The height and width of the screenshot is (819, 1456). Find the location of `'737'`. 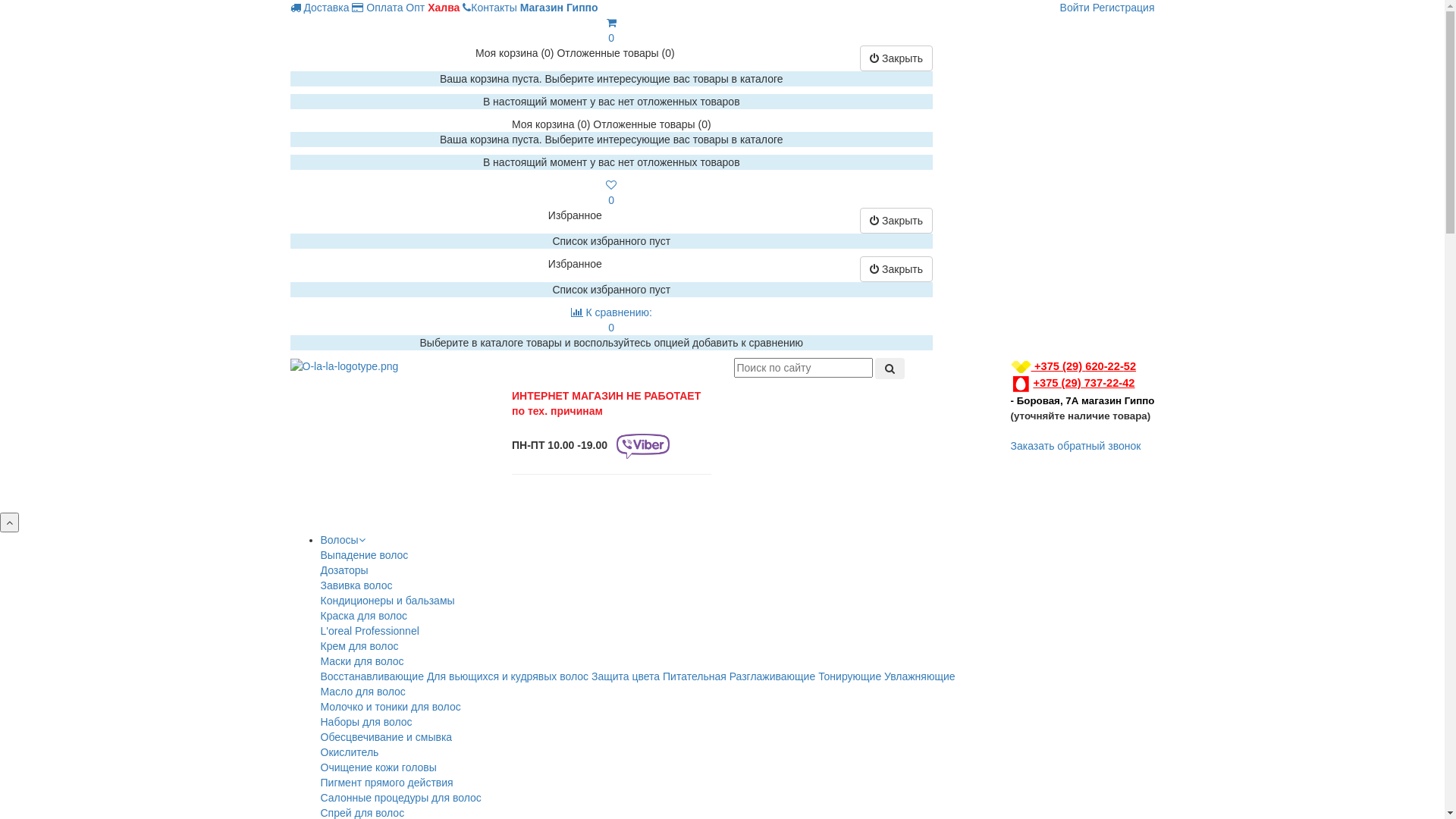

'737' is located at coordinates (1092, 382).